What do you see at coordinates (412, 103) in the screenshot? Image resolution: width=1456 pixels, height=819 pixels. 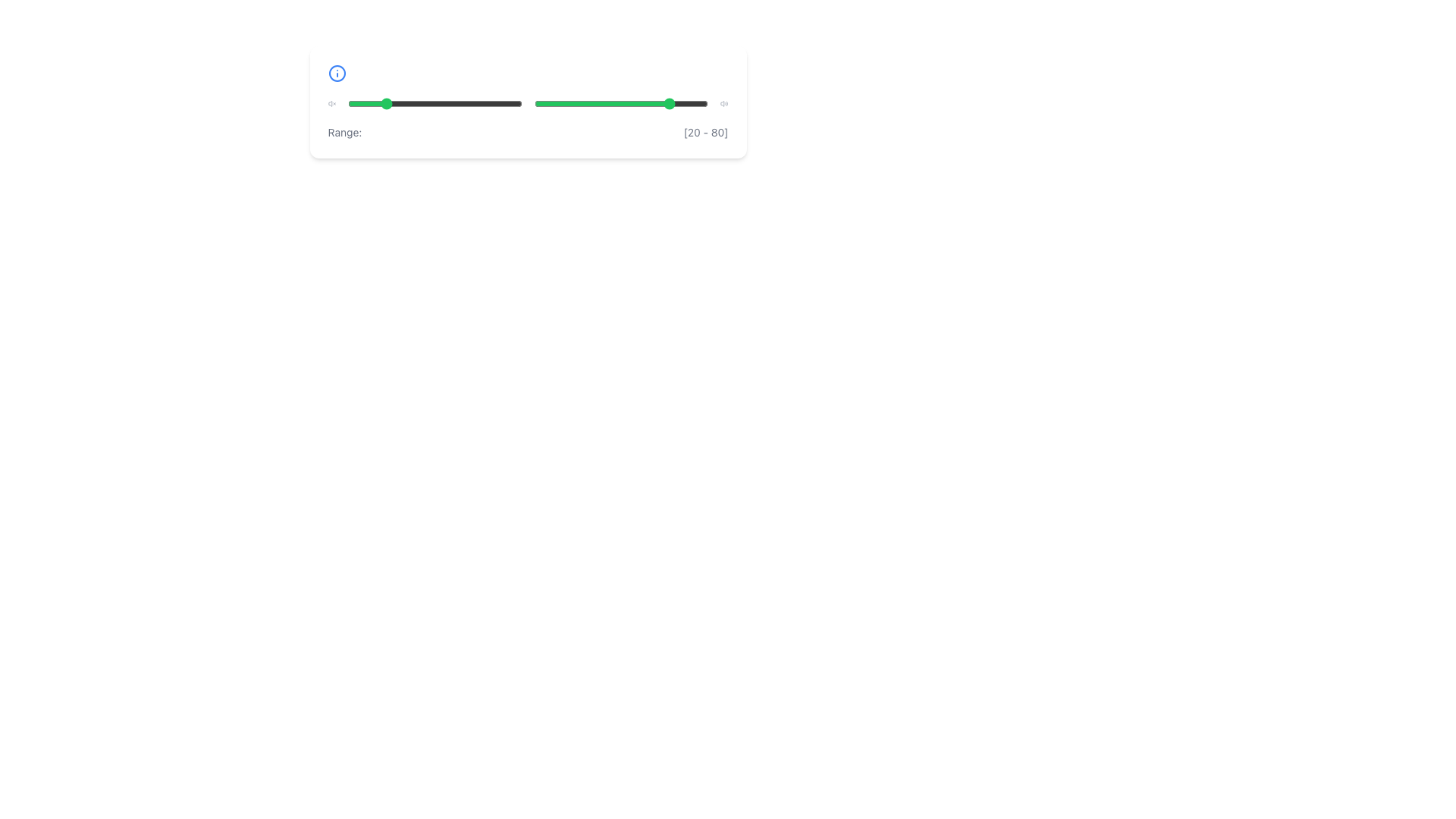 I see `the slider` at bounding box center [412, 103].